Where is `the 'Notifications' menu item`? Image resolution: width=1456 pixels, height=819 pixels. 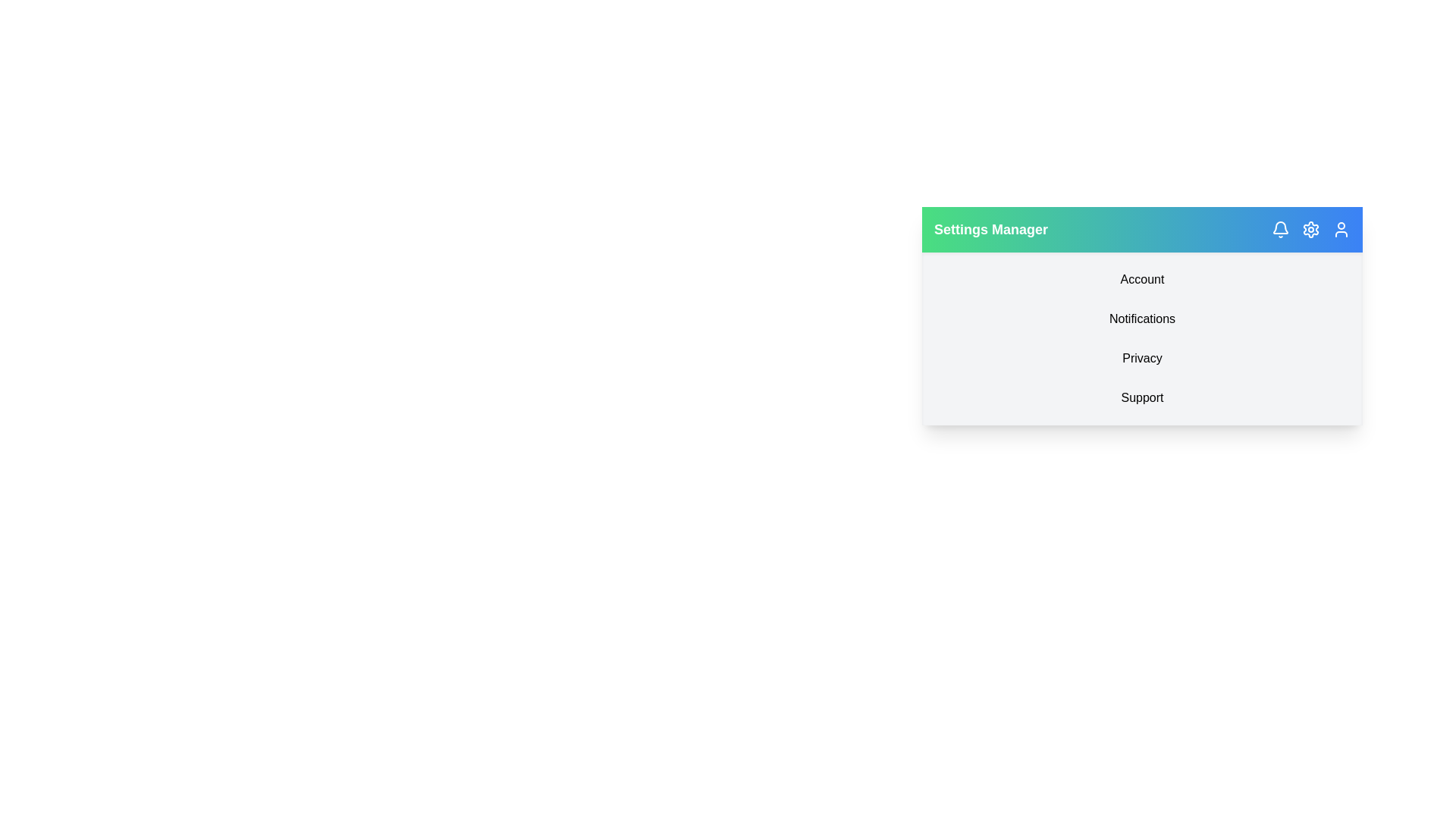
the 'Notifications' menu item is located at coordinates (1142, 318).